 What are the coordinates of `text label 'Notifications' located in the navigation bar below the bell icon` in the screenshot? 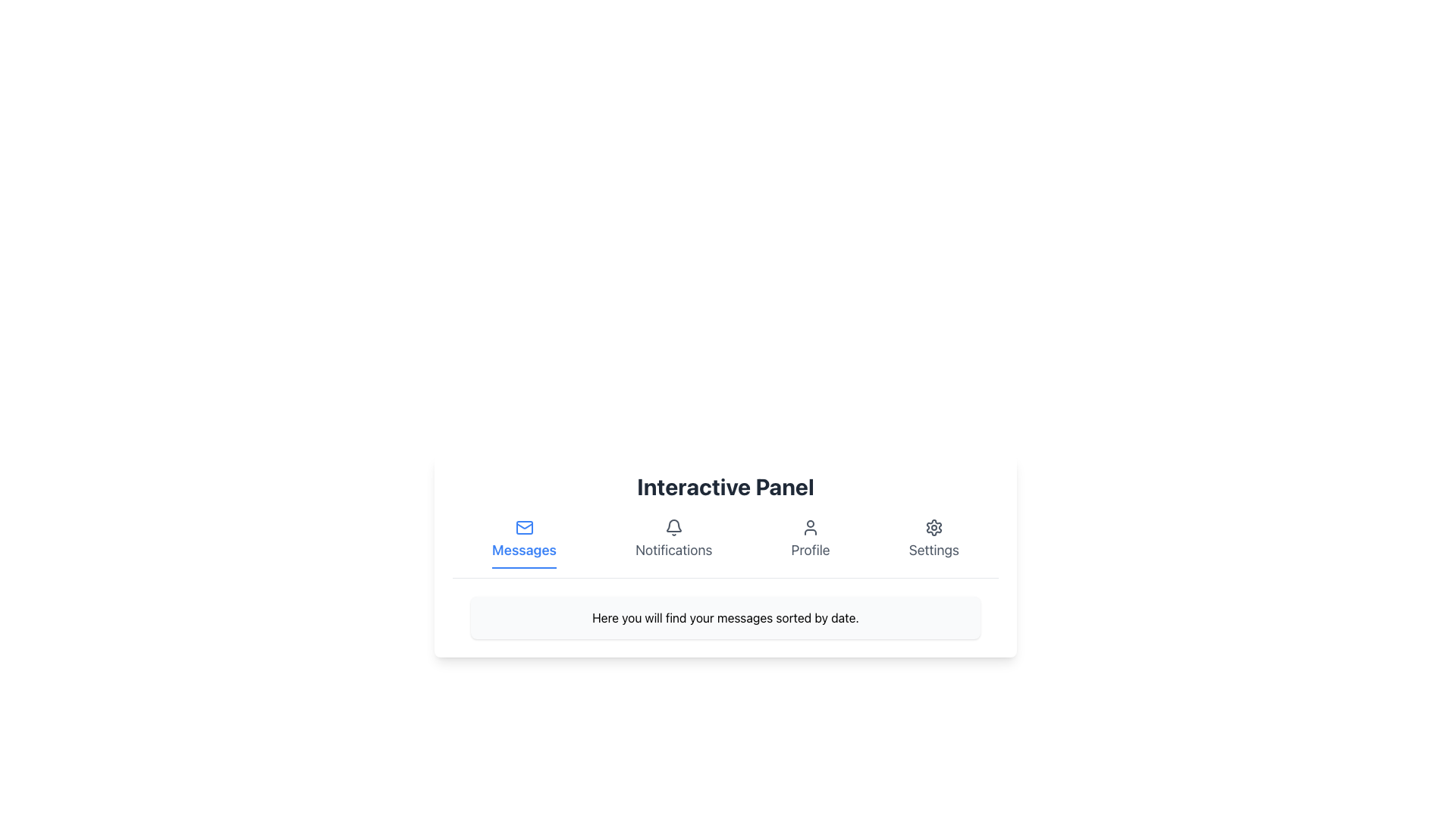 It's located at (673, 550).